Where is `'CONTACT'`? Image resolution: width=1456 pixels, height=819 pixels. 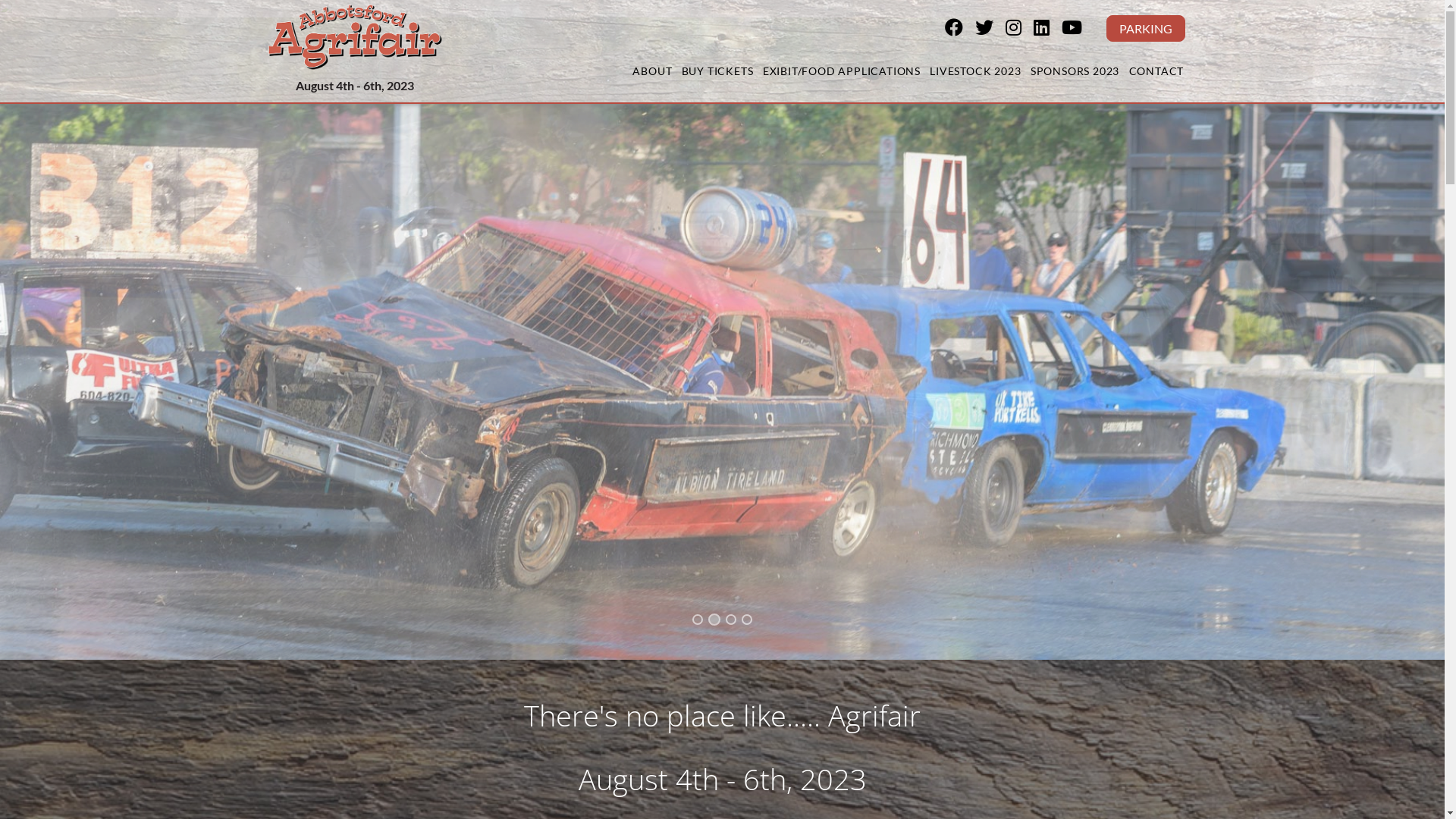
'CONTACT' is located at coordinates (1155, 72).